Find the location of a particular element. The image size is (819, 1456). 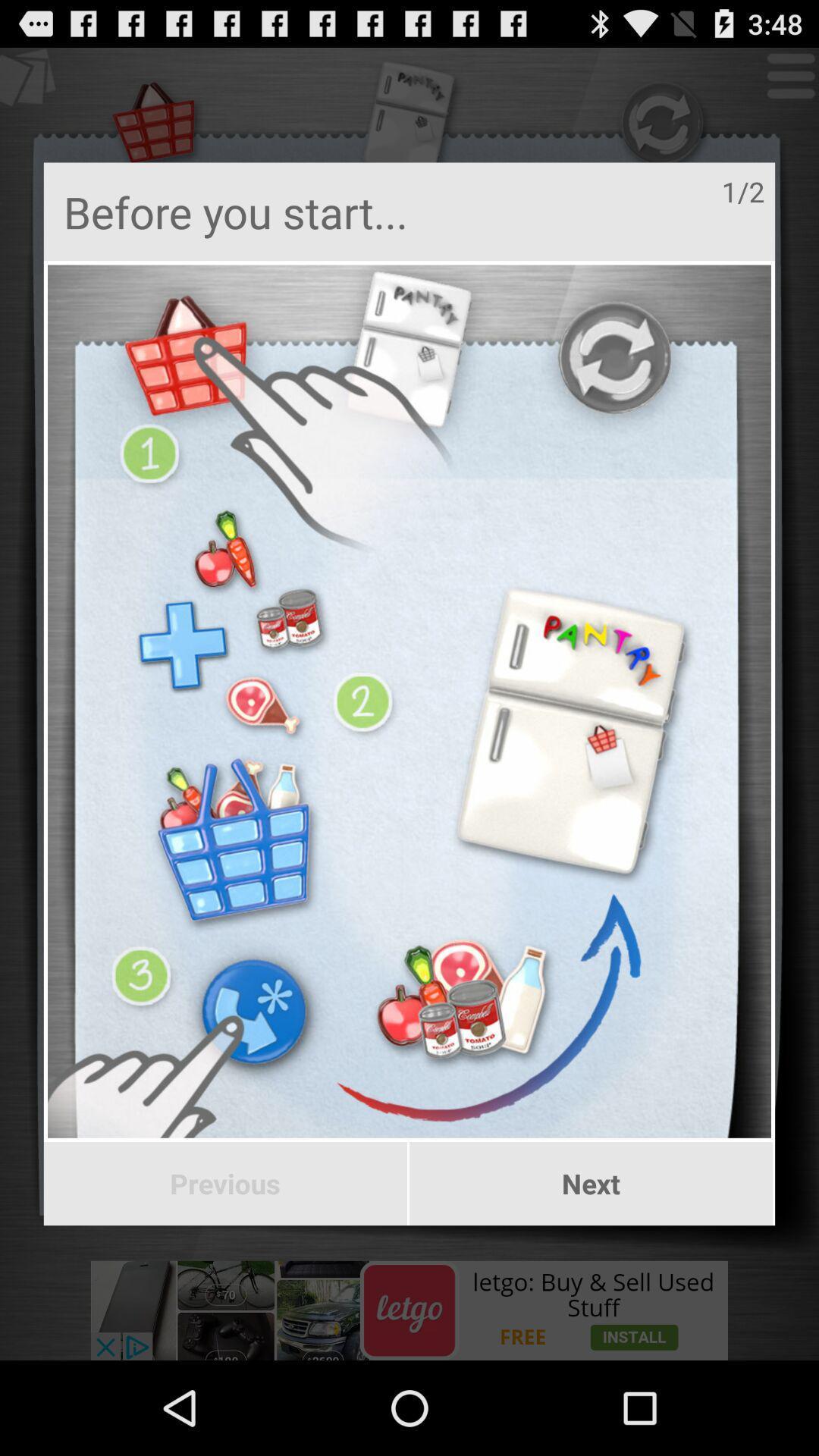

the previous icon is located at coordinates (225, 1183).